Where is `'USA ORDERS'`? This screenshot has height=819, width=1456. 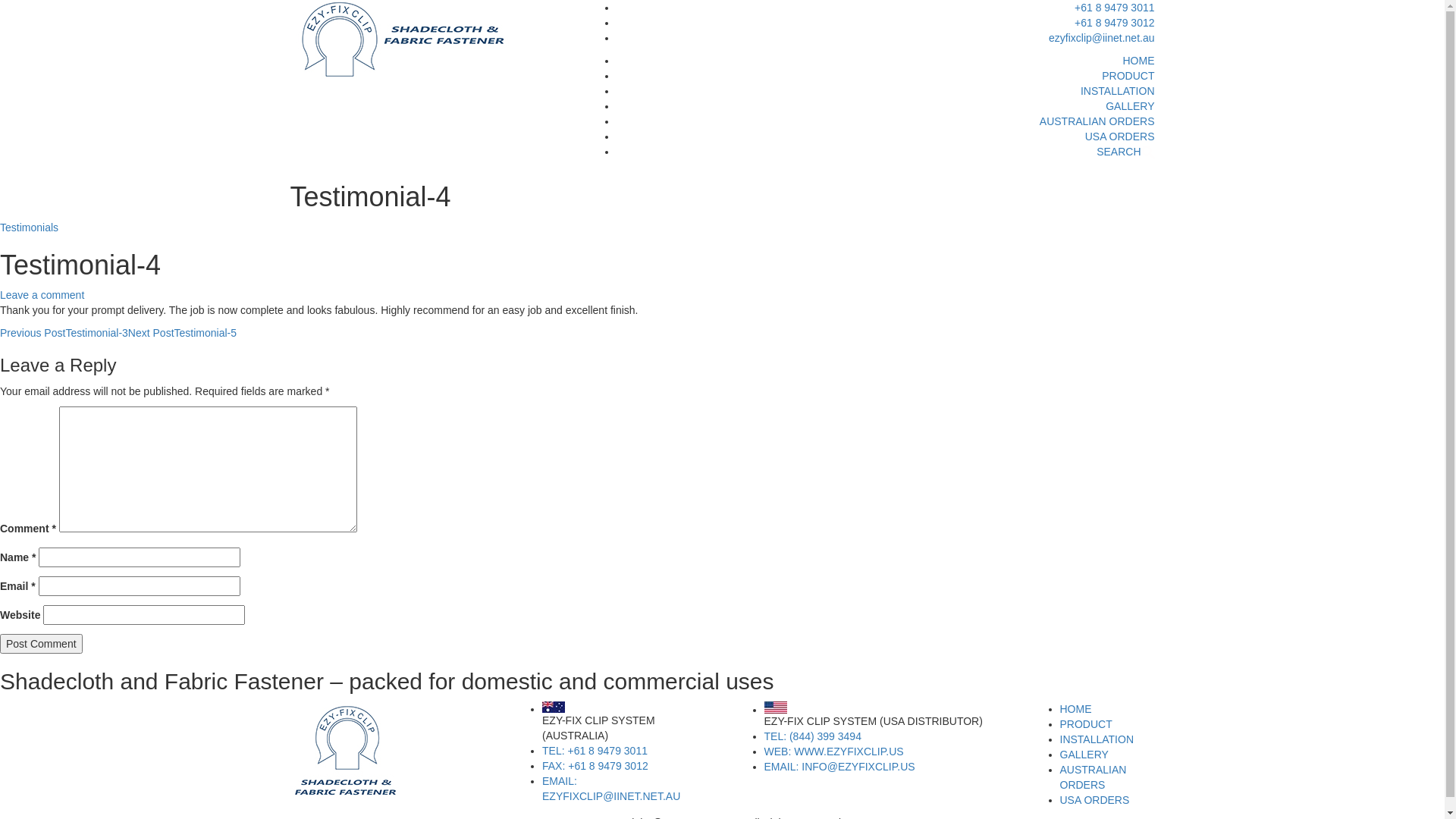
'USA ORDERS' is located at coordinates (1120, 136).